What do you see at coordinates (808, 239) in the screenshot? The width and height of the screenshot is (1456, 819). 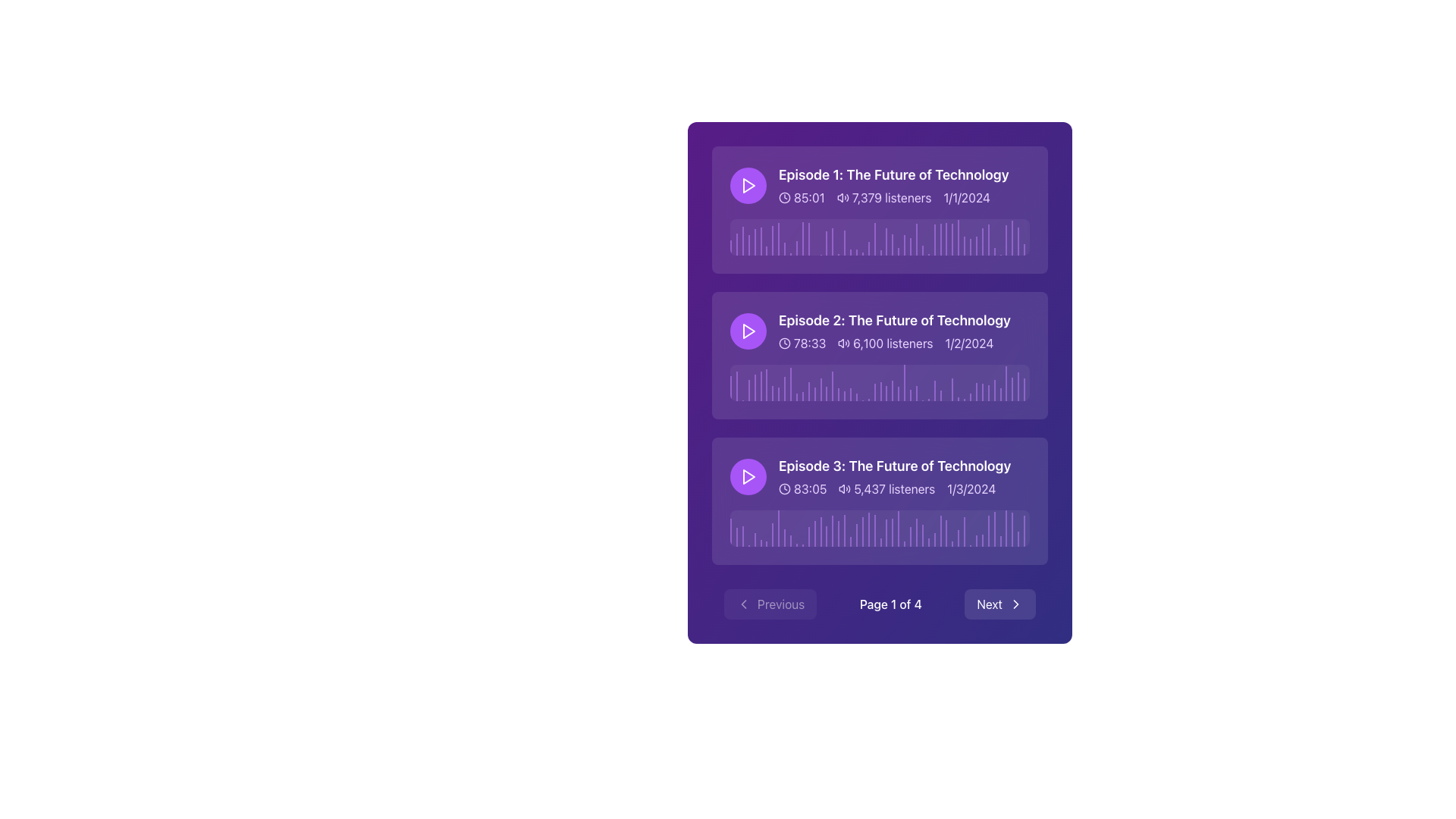 I see `the Progress indicator line representing the current playback position in the audio waveform of 'Episode 1: The Future of Technology'` at bounding box center [808, 239].